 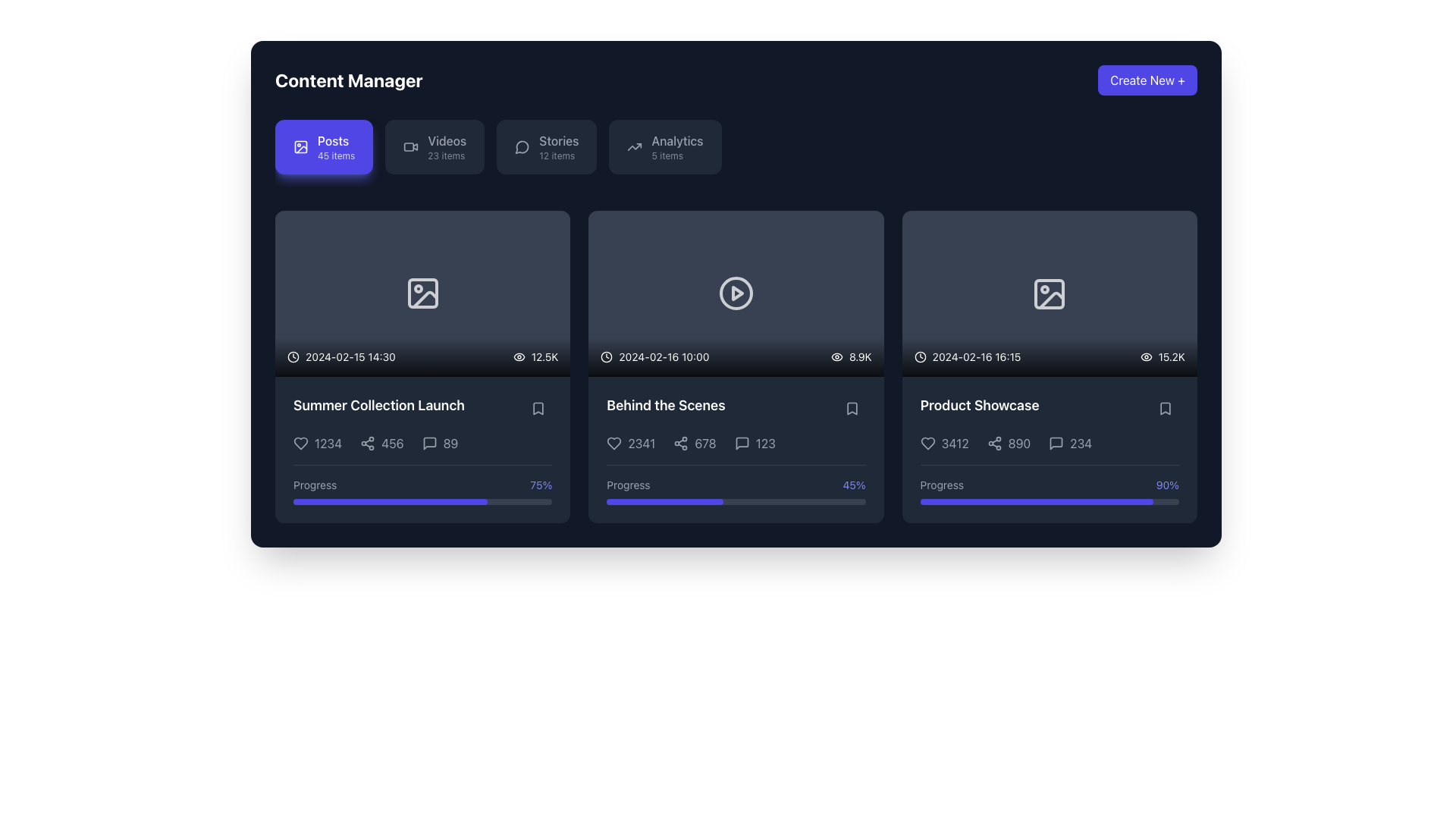 What do you see at coordinates (1164, 408) in the screenshot?
I see `the light gray outlined bookmark icon located in the upper-right corner of the 'Product Showcase' card` at bounding box center [1164, 408].